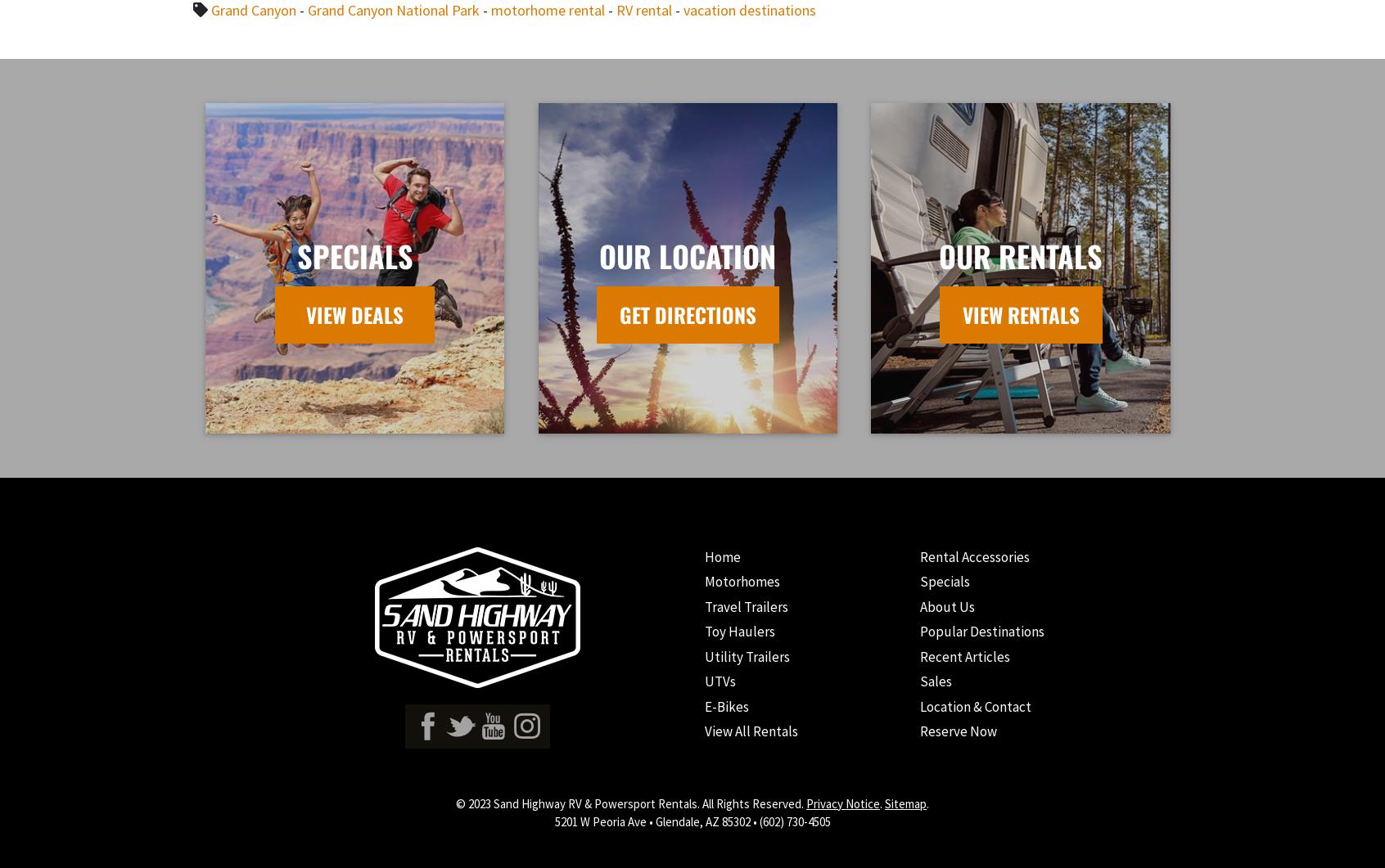 The width and height of the screenshot is (1385, 868). Describe the element at coordinates (945, 606) in the screenshot. I see `'About Us'` at that location.